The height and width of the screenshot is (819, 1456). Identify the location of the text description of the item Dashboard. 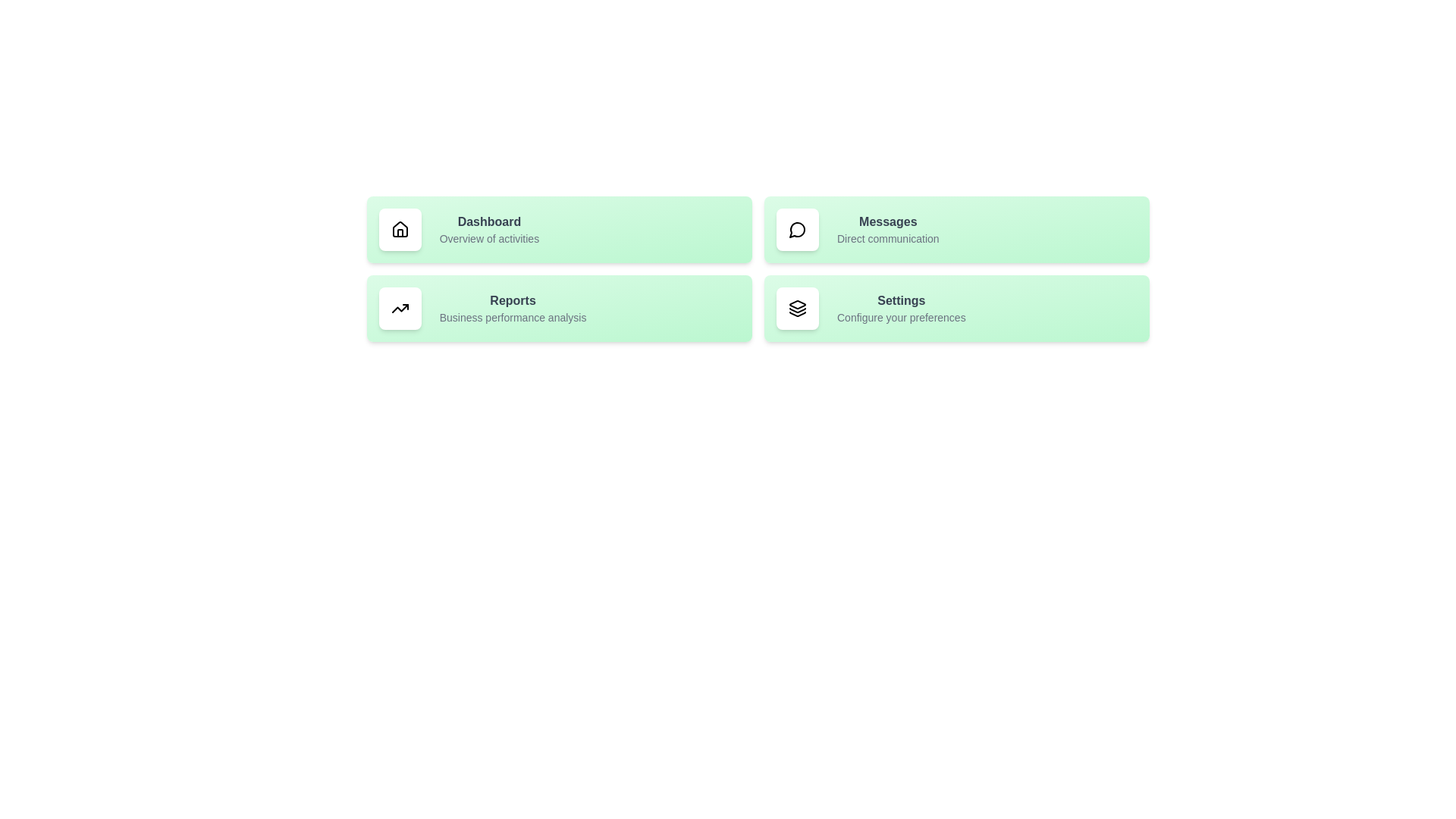
(488, 239).